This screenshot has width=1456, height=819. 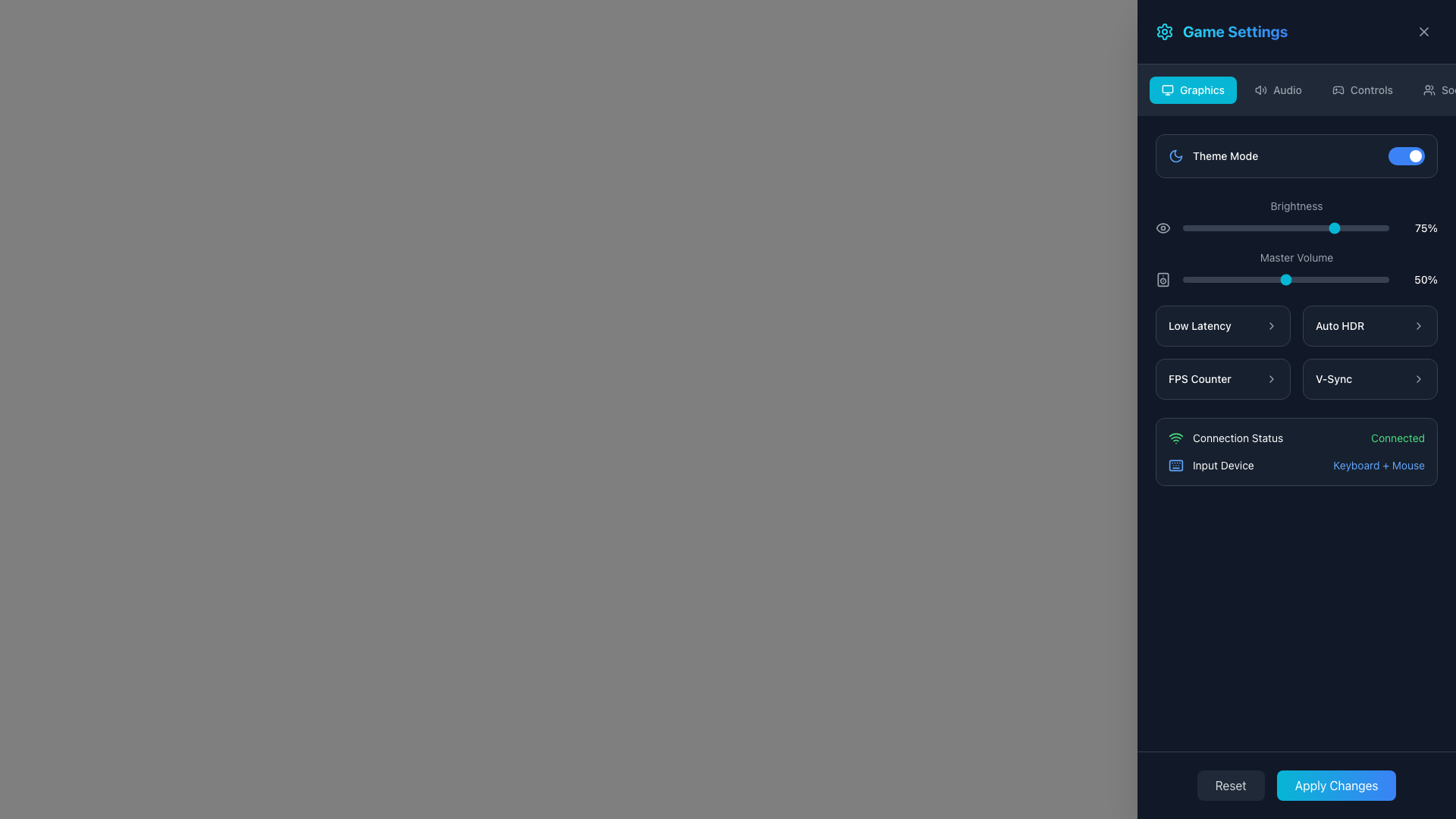 I want to click on the 'Auto HDR' button, which is part of the 'Graphics' section in the settings panel, so click(x=1370, y=325).